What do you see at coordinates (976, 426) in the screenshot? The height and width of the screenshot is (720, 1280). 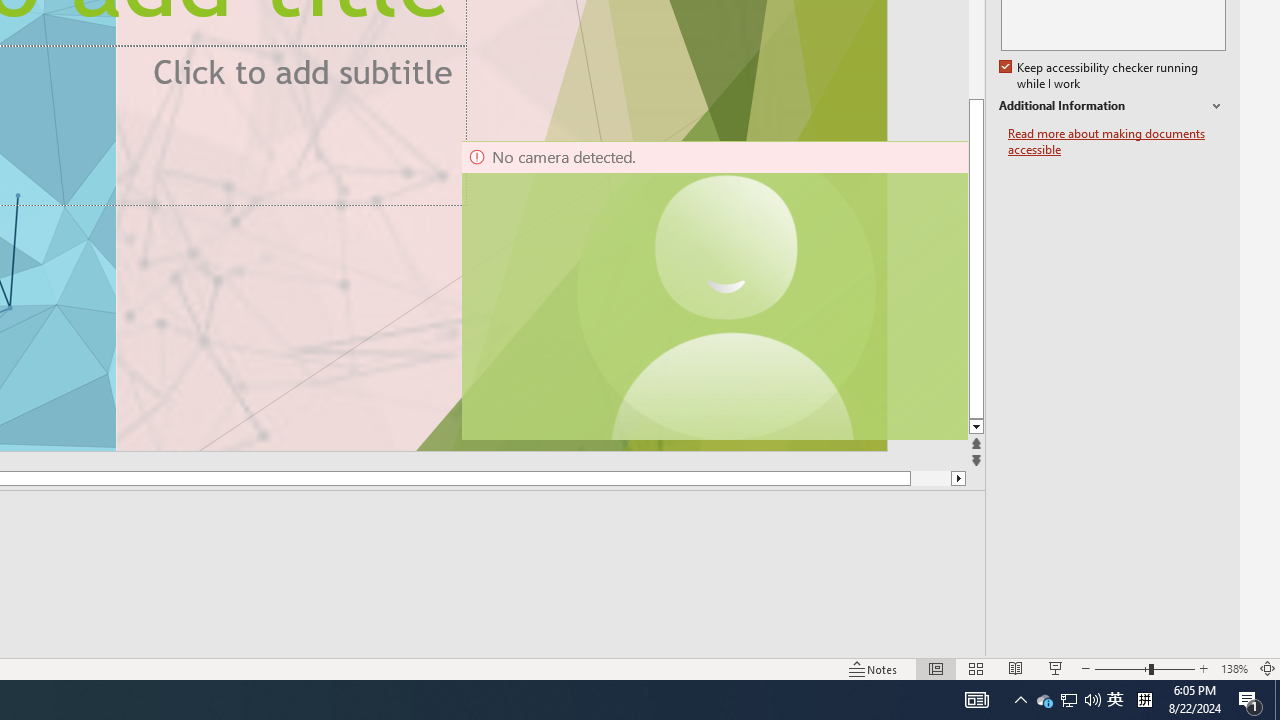 I see `'Line down'` at bounding box center [976, 426].